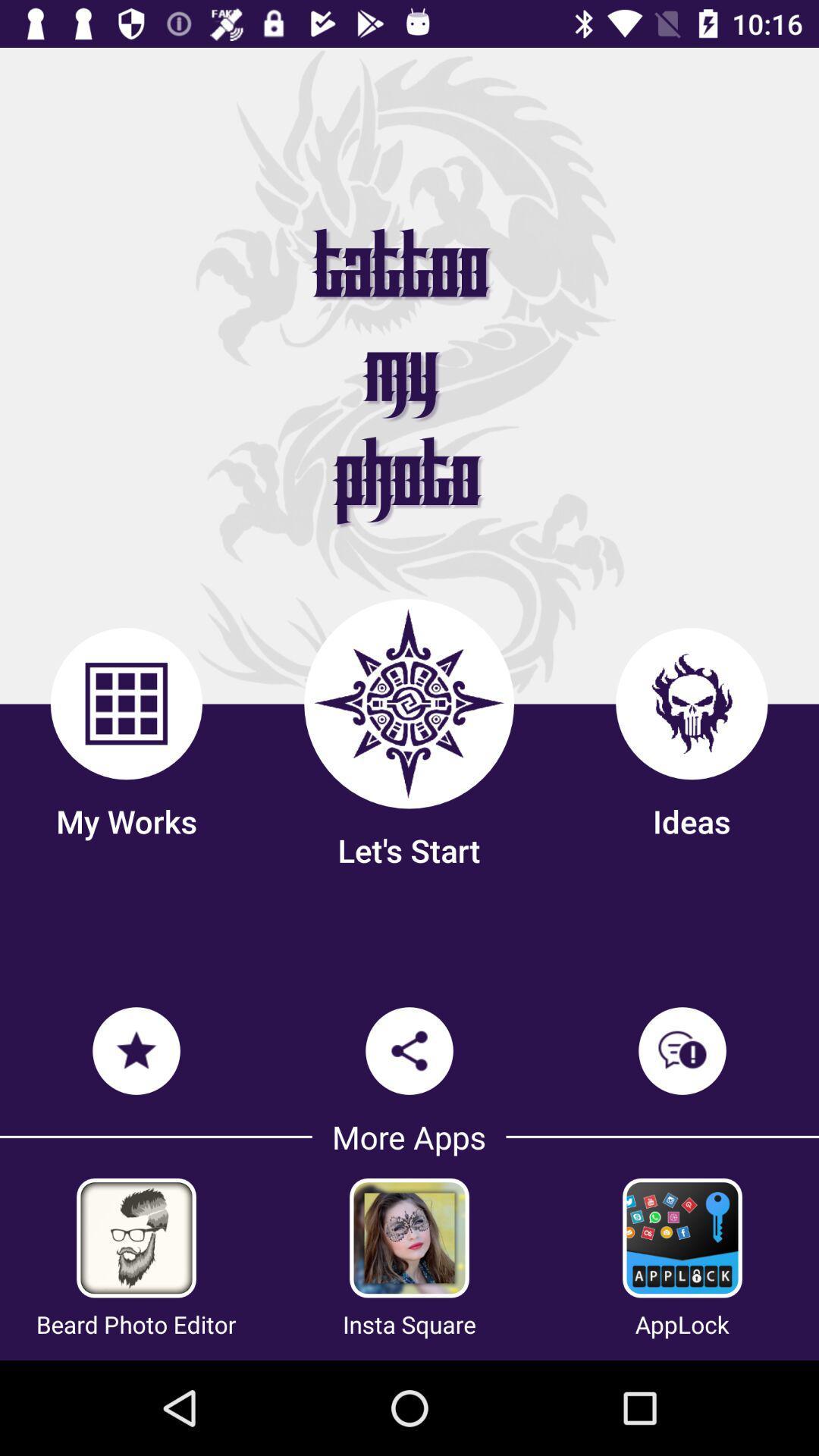 Image resolution: width=819 pixels, height=1456 pixels. What do you see at coordinates (136, 1238) in the screenshot?
I see `get bear photo editor app` at bounding box center [136, 1238].